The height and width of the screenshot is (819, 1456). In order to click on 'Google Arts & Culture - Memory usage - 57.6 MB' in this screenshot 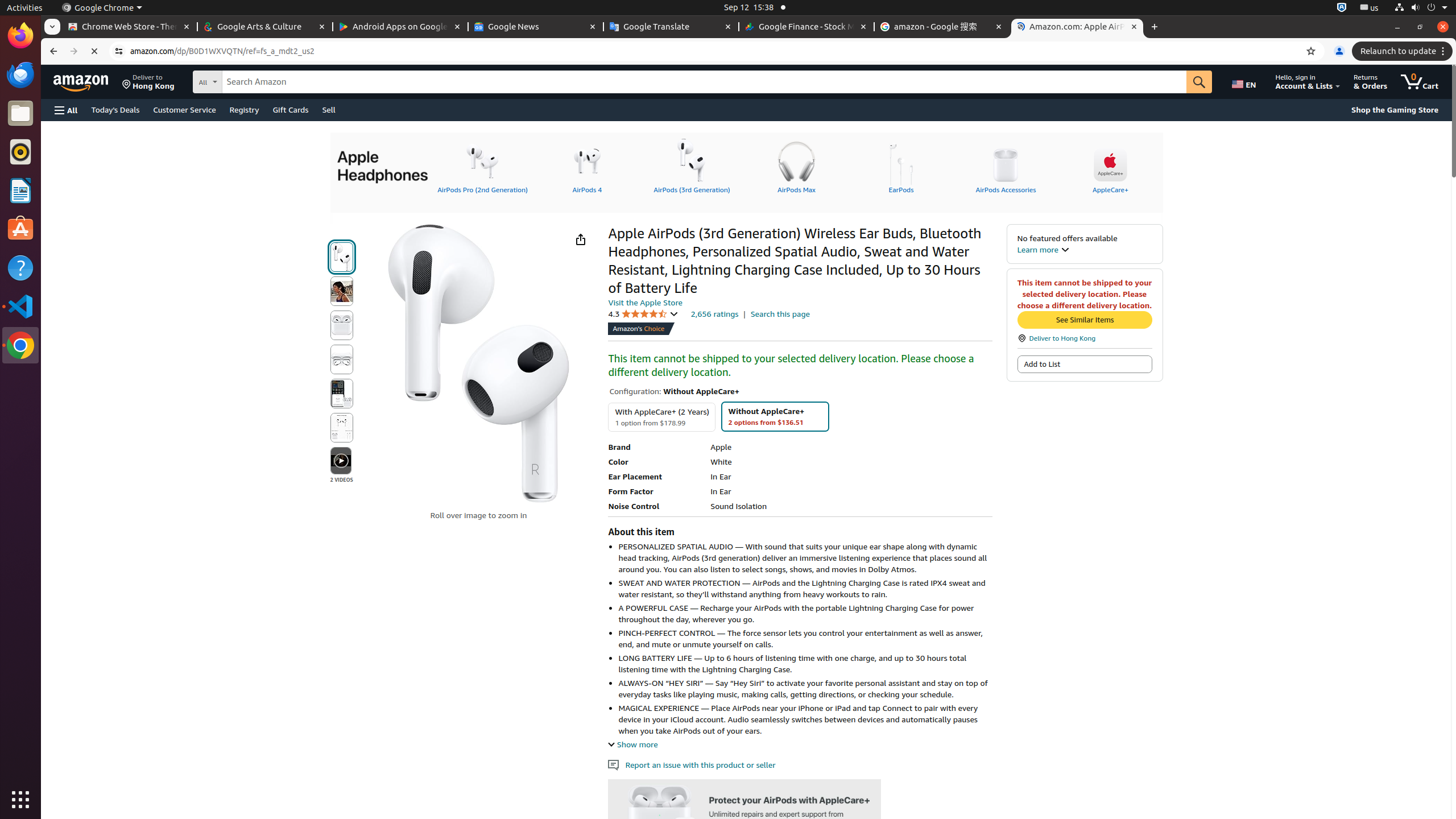, I will do `click(264, 26)`.